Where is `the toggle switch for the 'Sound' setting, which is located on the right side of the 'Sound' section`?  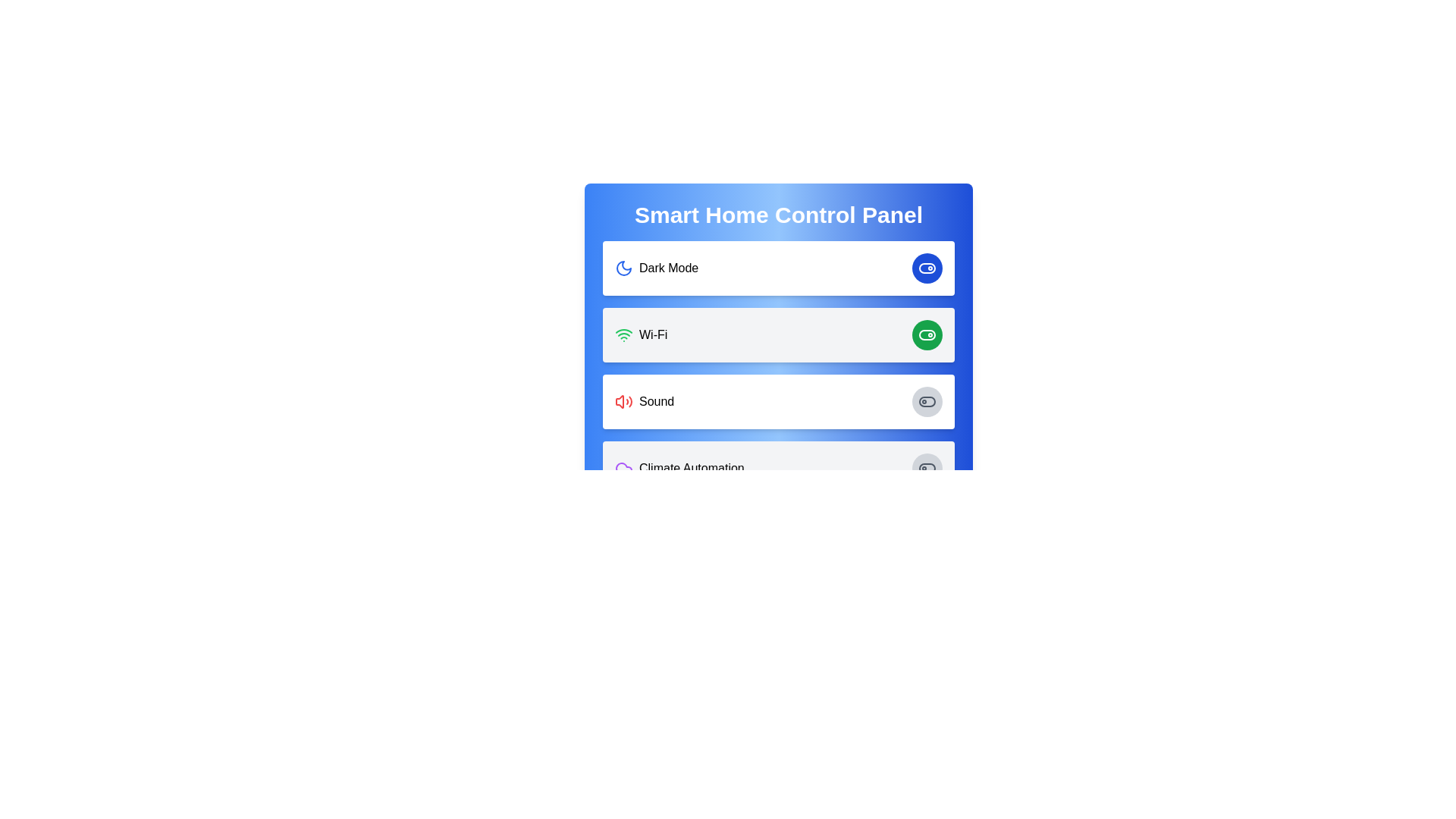 the toggle switch for the 'Sound' setting, which is located on the right side of the 'Sound' section is located at coordinates (927, 400).